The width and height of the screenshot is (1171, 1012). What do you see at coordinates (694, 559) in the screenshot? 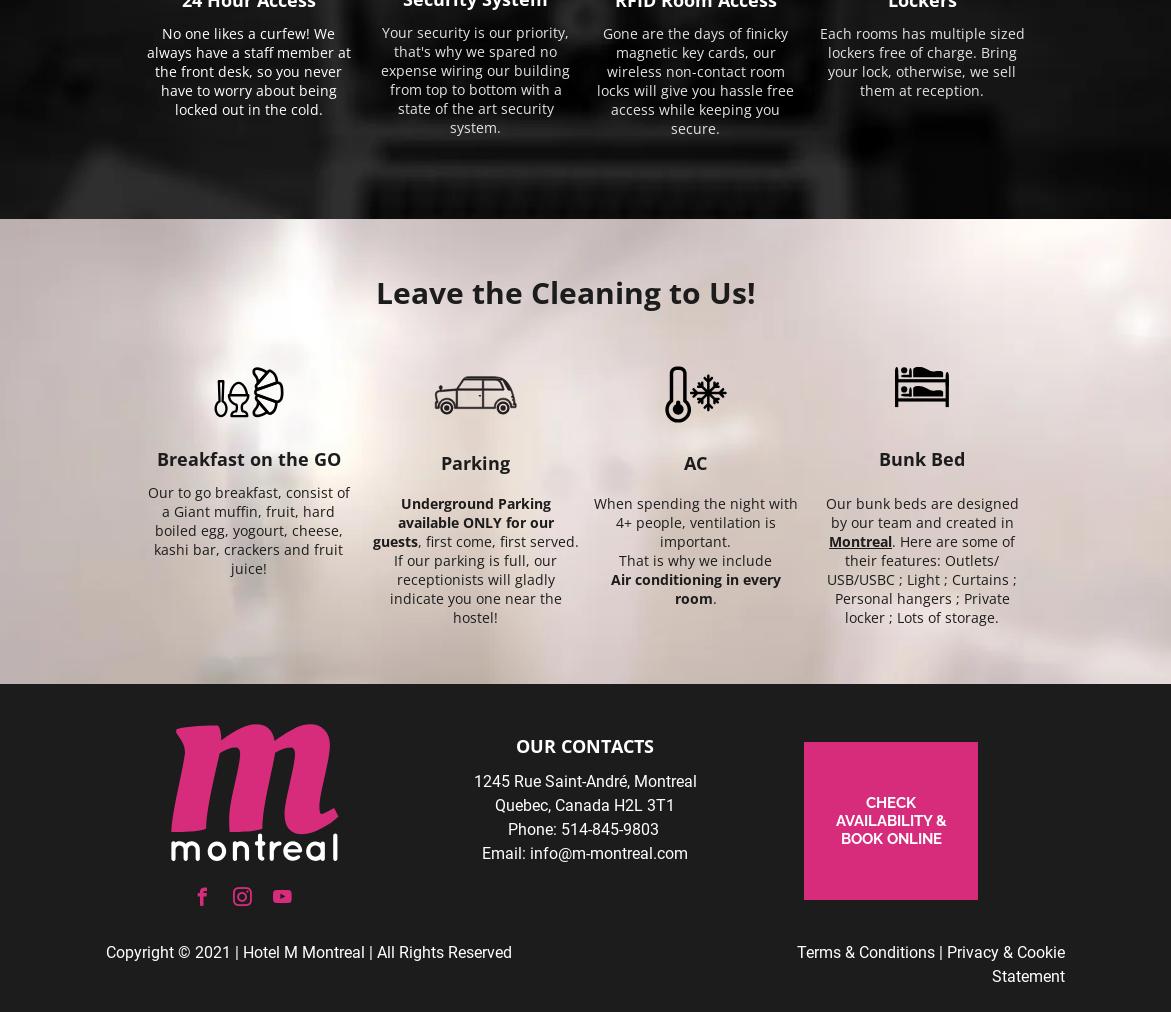
I see `'That is why we include'` at bounding box center [694, 559].